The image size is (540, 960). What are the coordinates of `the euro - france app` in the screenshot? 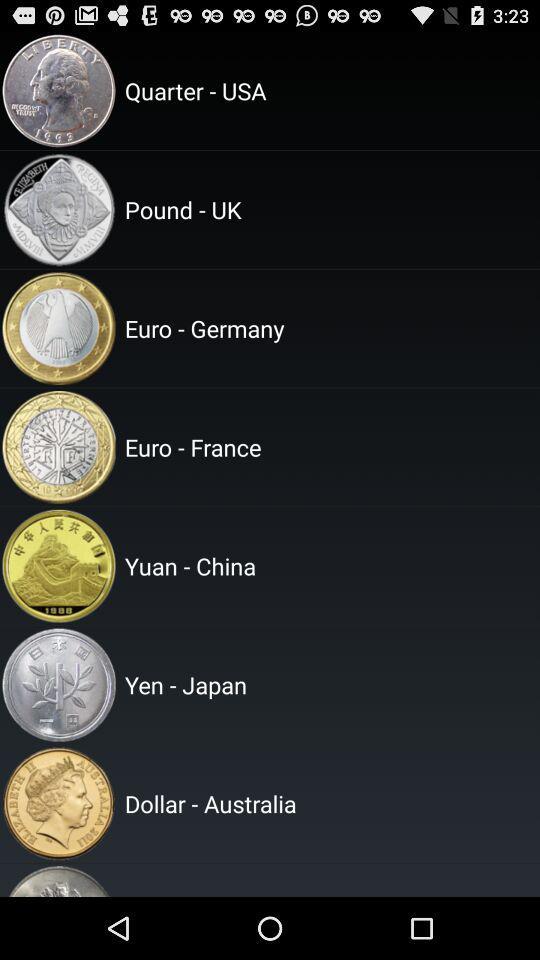 It's located at (329, 447).